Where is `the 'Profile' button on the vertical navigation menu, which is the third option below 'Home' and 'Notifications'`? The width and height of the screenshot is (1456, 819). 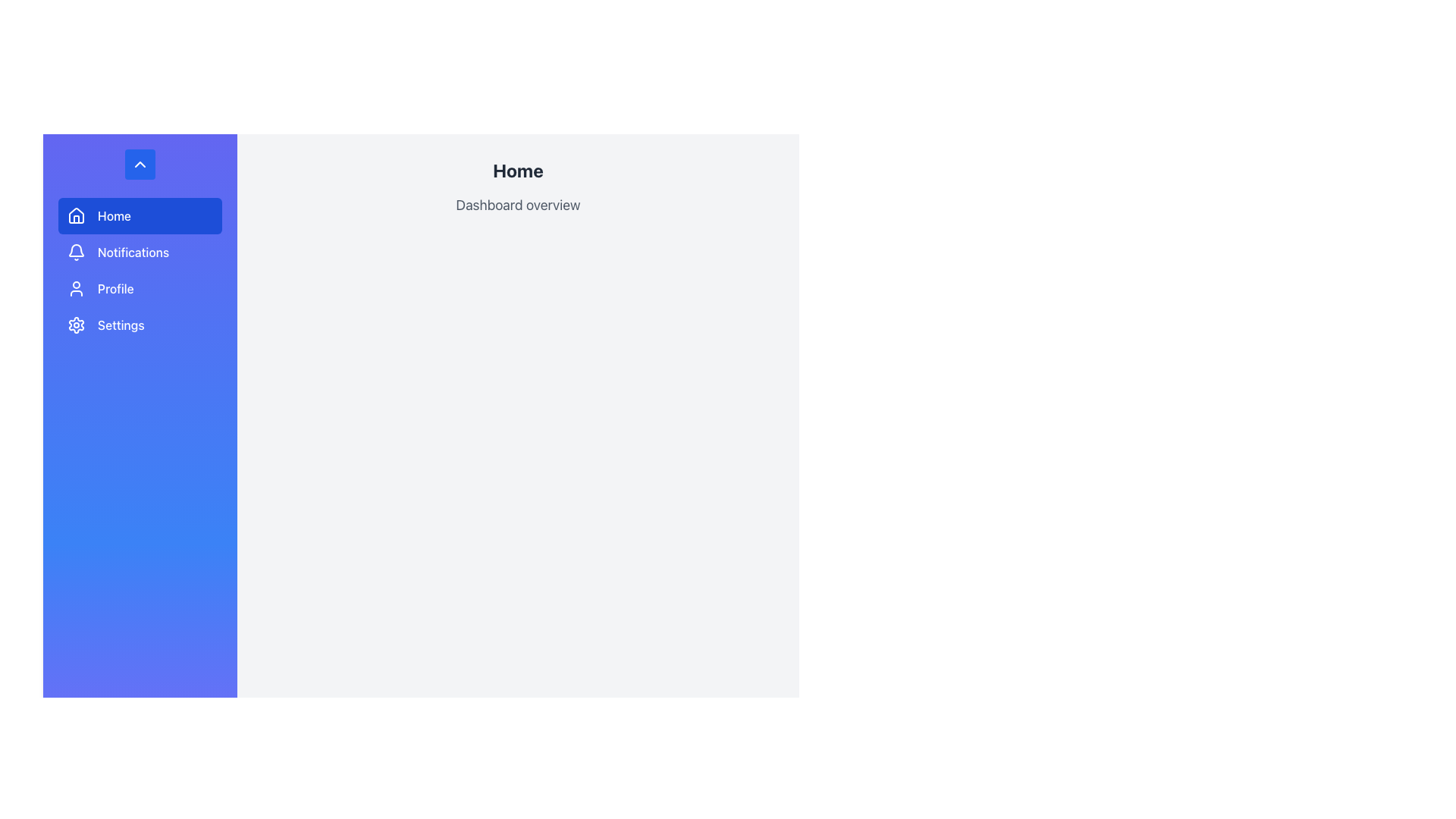
the 'Profile' button on the vertical navigation menu, which is the third option below 'Home' and 'Notifications' is located at coordinates (140, 289).